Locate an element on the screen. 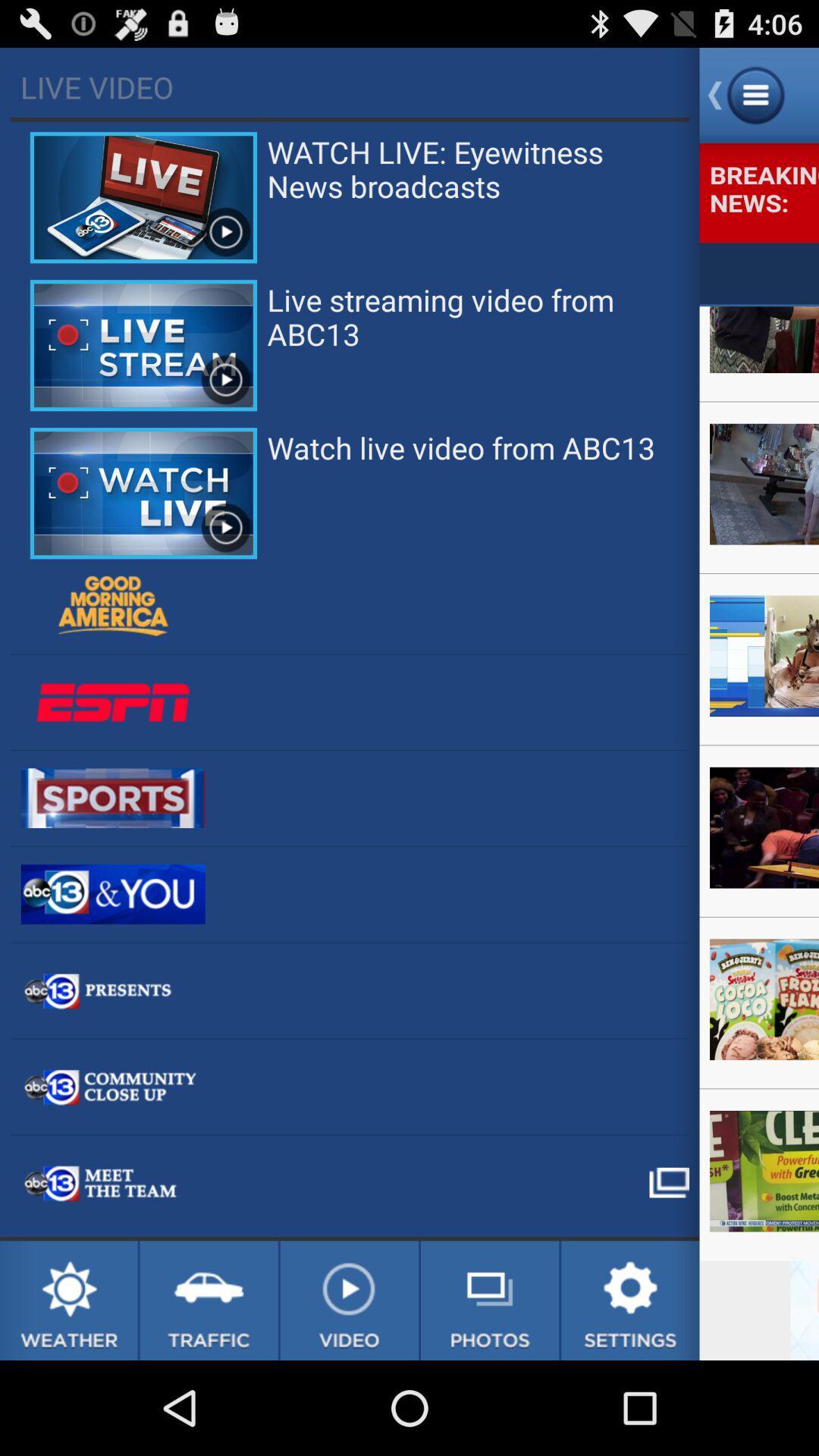 The image size is (819, 1456). watch videos is located at coordinates (349, 1300).